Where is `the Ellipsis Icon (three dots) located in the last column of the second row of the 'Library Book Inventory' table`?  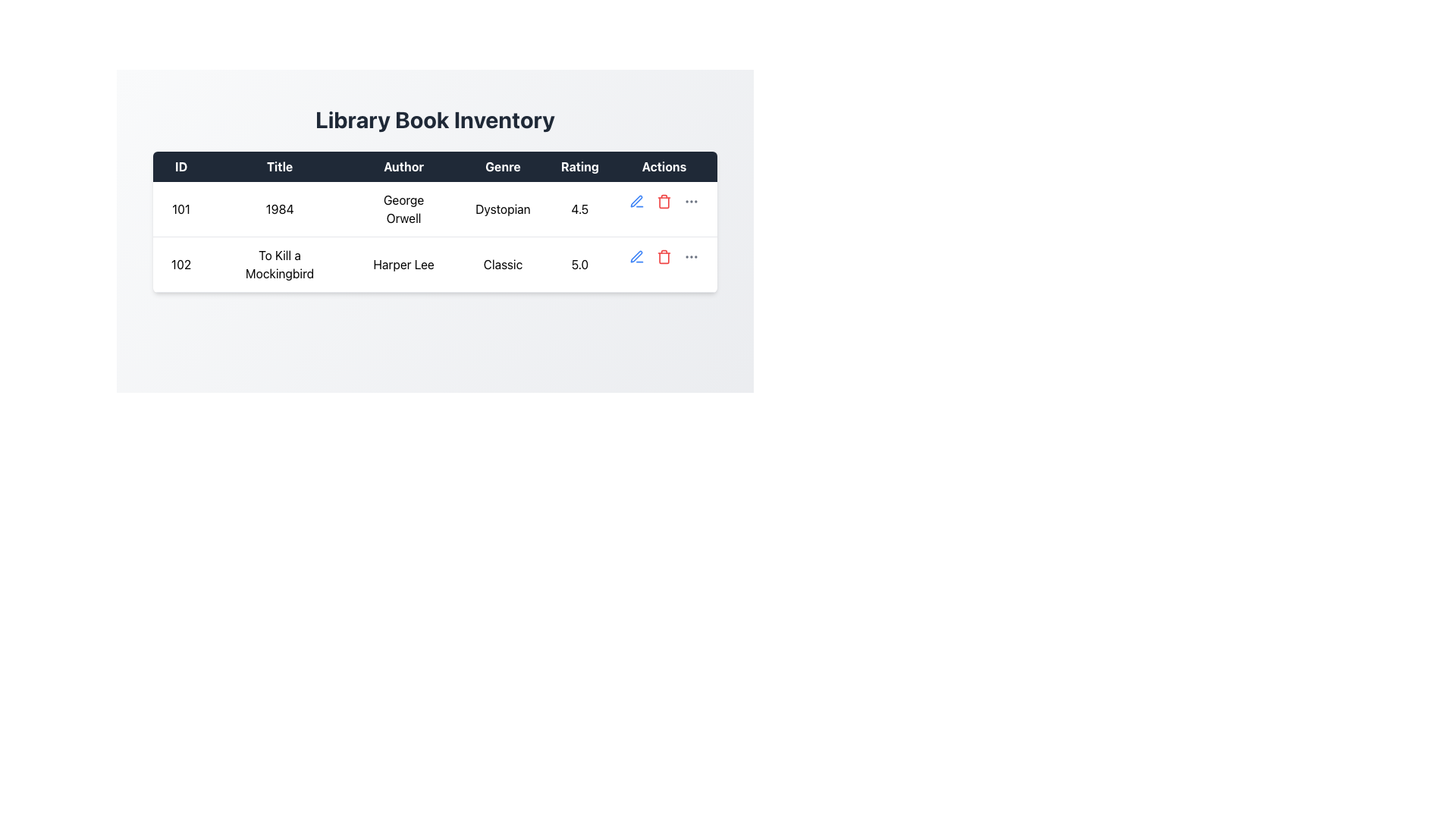 the Ellipsis Icon (three dots) located in the last column of the second row of the 'Library Book Inventory' table is located at coordinates (691, 200).